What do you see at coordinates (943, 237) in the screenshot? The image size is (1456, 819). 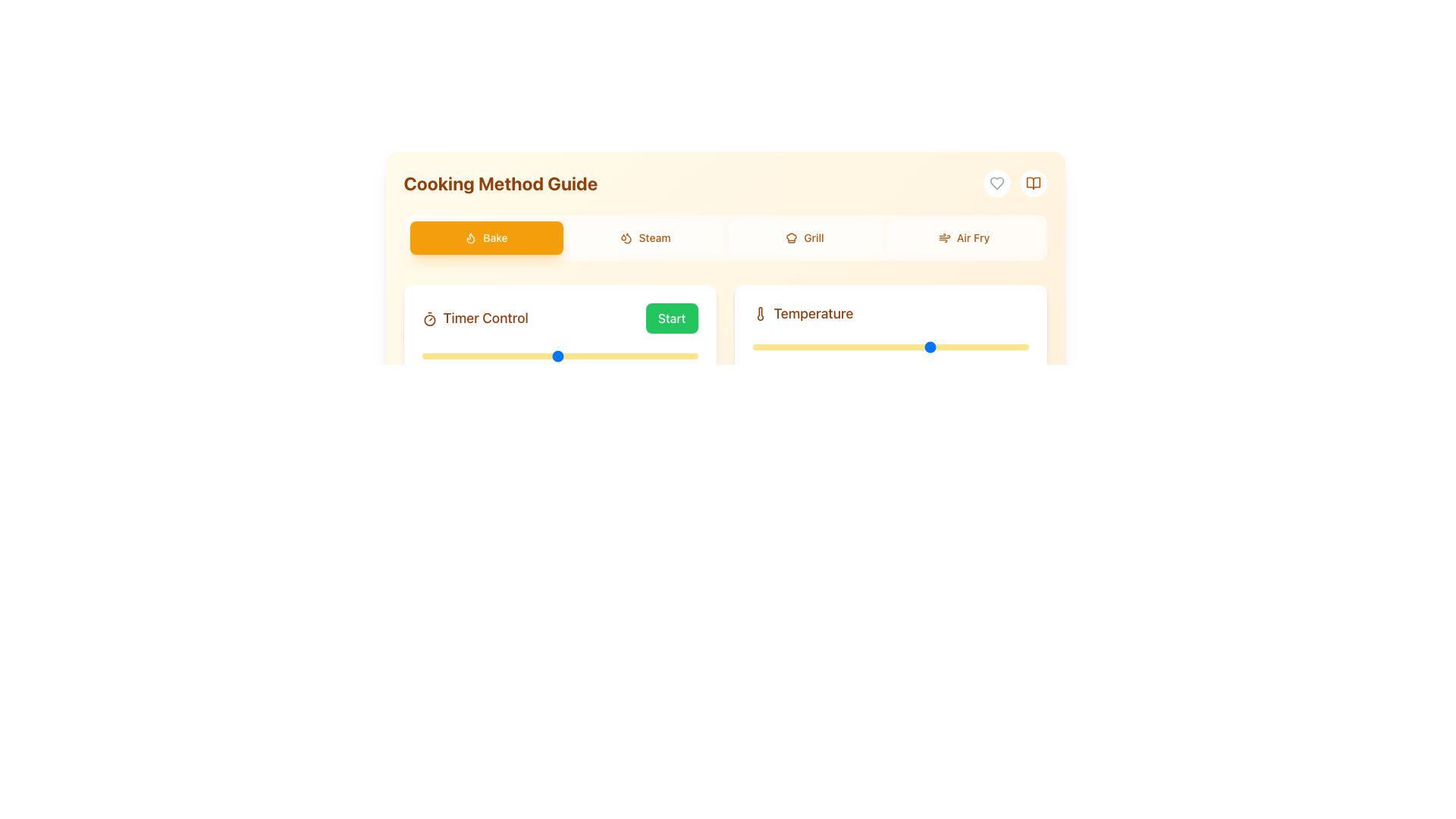 I see `the 'Air Fry' button icon, which resembles wind streaks with three wavy horizontal lines, positioned to the left of the 'Air Fry' text label` at bounding box center [943, 237].